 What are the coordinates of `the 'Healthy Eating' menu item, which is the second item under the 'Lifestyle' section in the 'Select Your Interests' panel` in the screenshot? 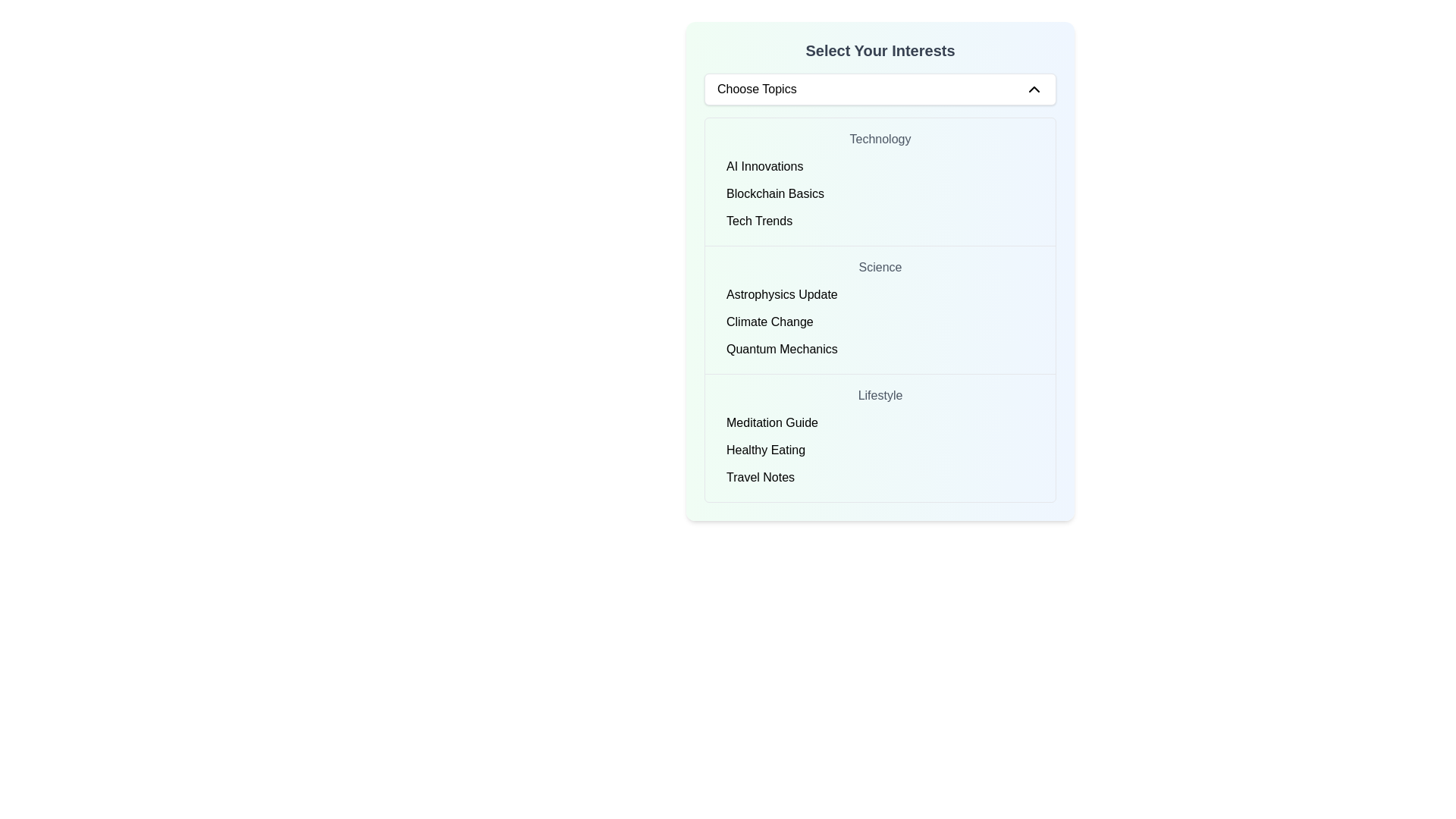 It's located at (766, 450).